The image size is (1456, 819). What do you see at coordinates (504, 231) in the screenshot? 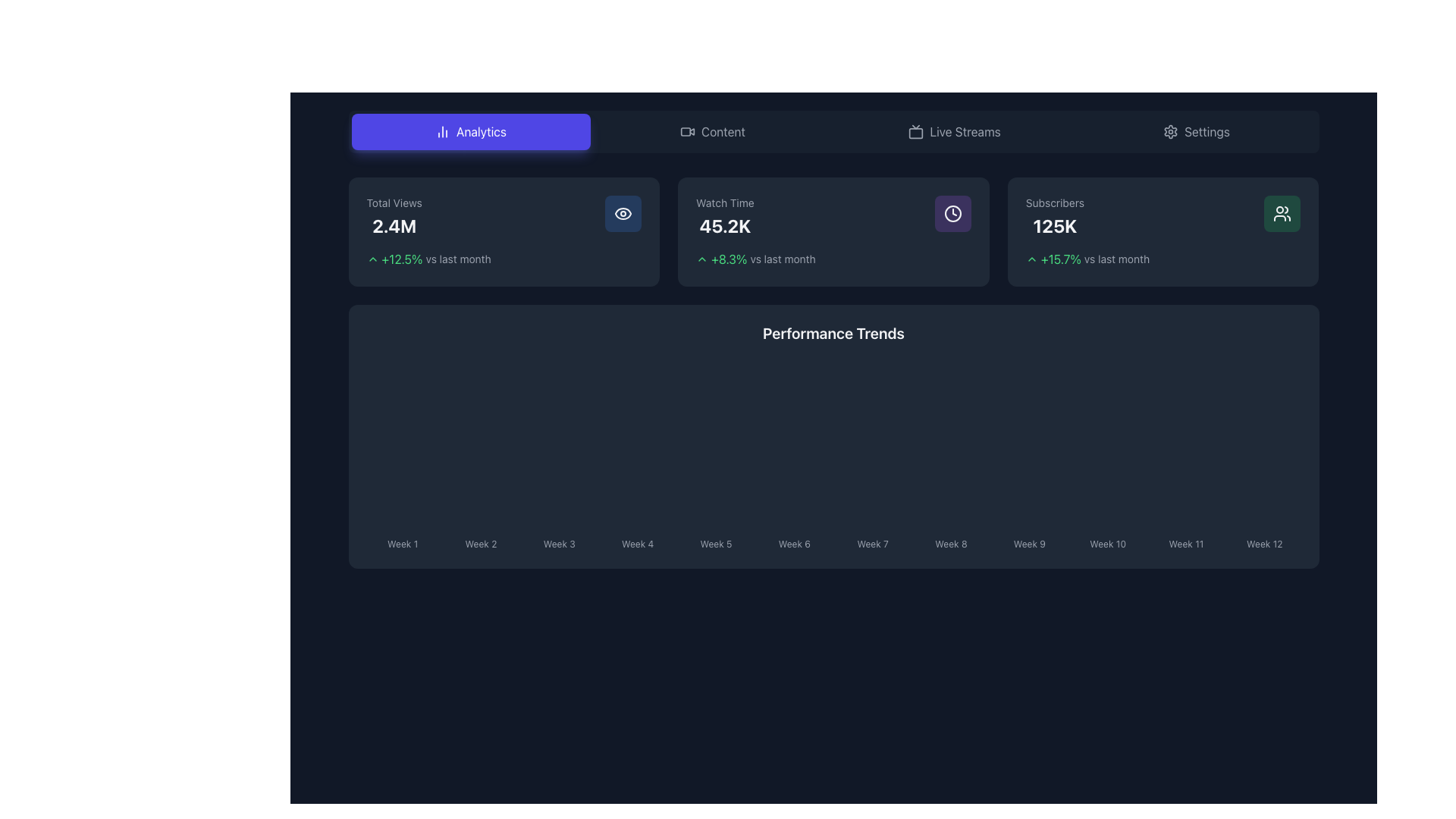
I see `displayed information on the total views card located at the top left corner of the grid layout, which provides key metrics and percentage change relative to the previous month` at bounding box center [504, 231].